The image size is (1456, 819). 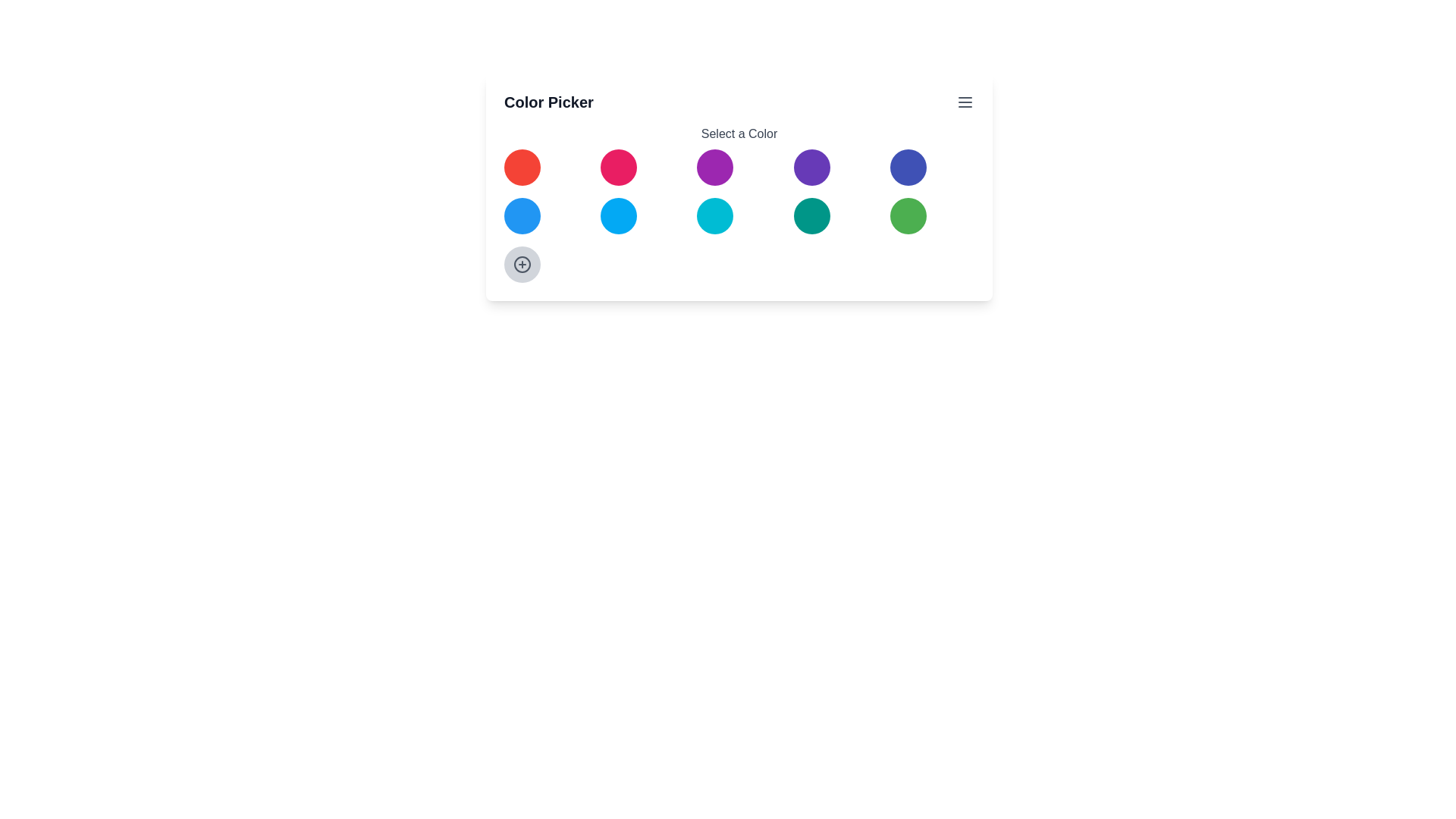 What do you see at coordinates (811, 167) in the screenshot?
I see `the color circle with color deep purple` at bounding box center [811, 167].